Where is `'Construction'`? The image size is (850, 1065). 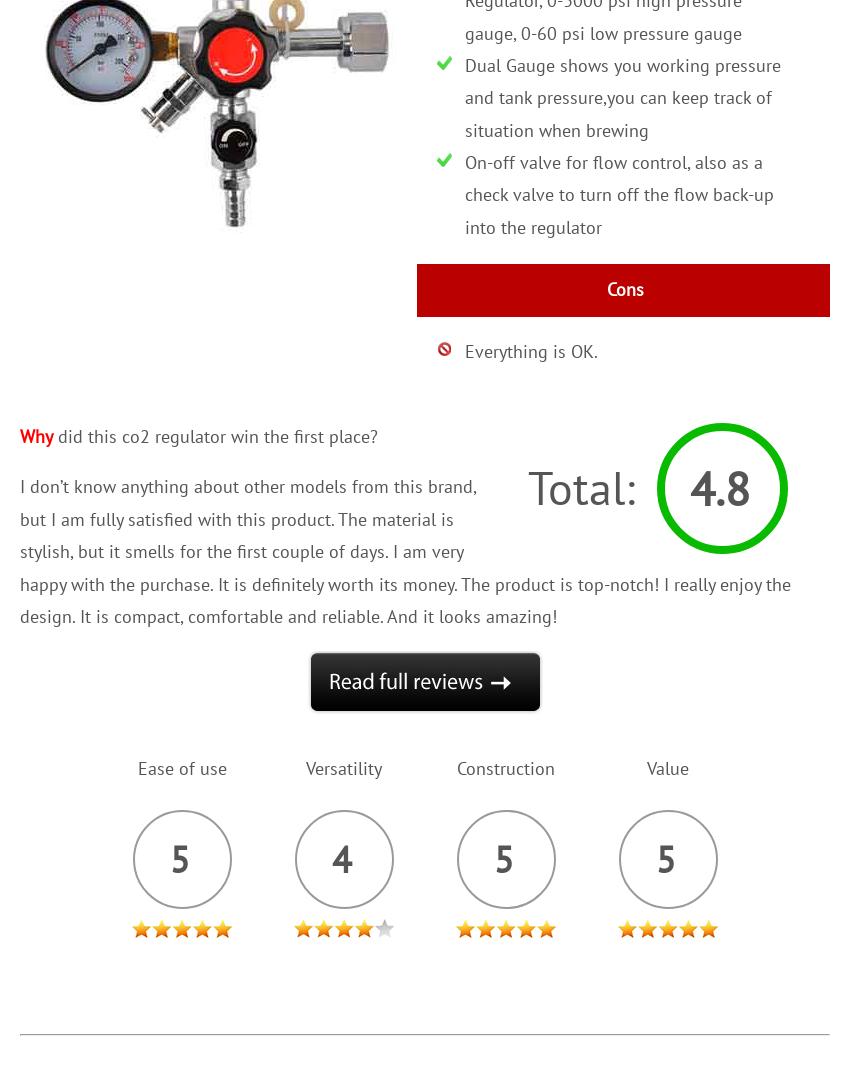
'Construction' is located at coordinates (455, 767).